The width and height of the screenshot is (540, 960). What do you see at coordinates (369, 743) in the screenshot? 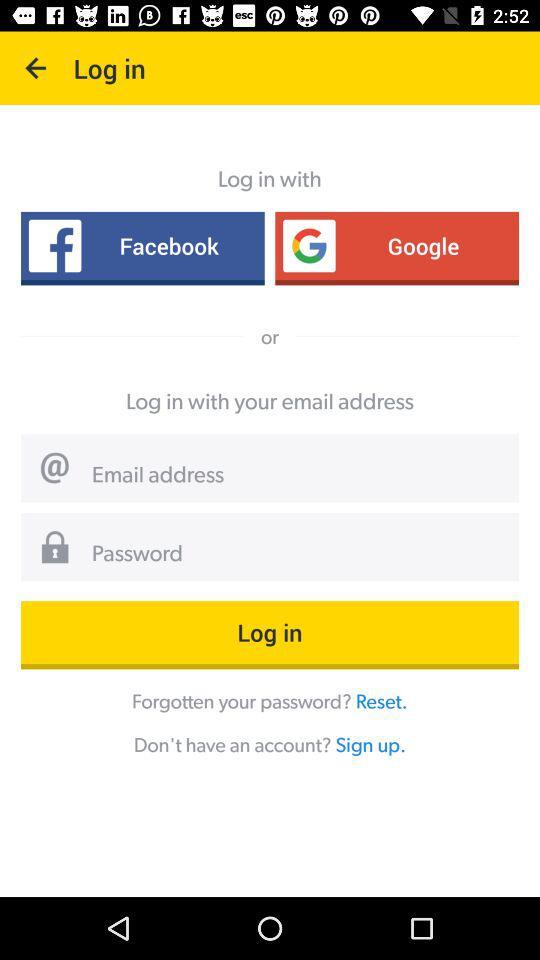
I see `icon below forgotten your password?  item` at bounding box center [369, 743].